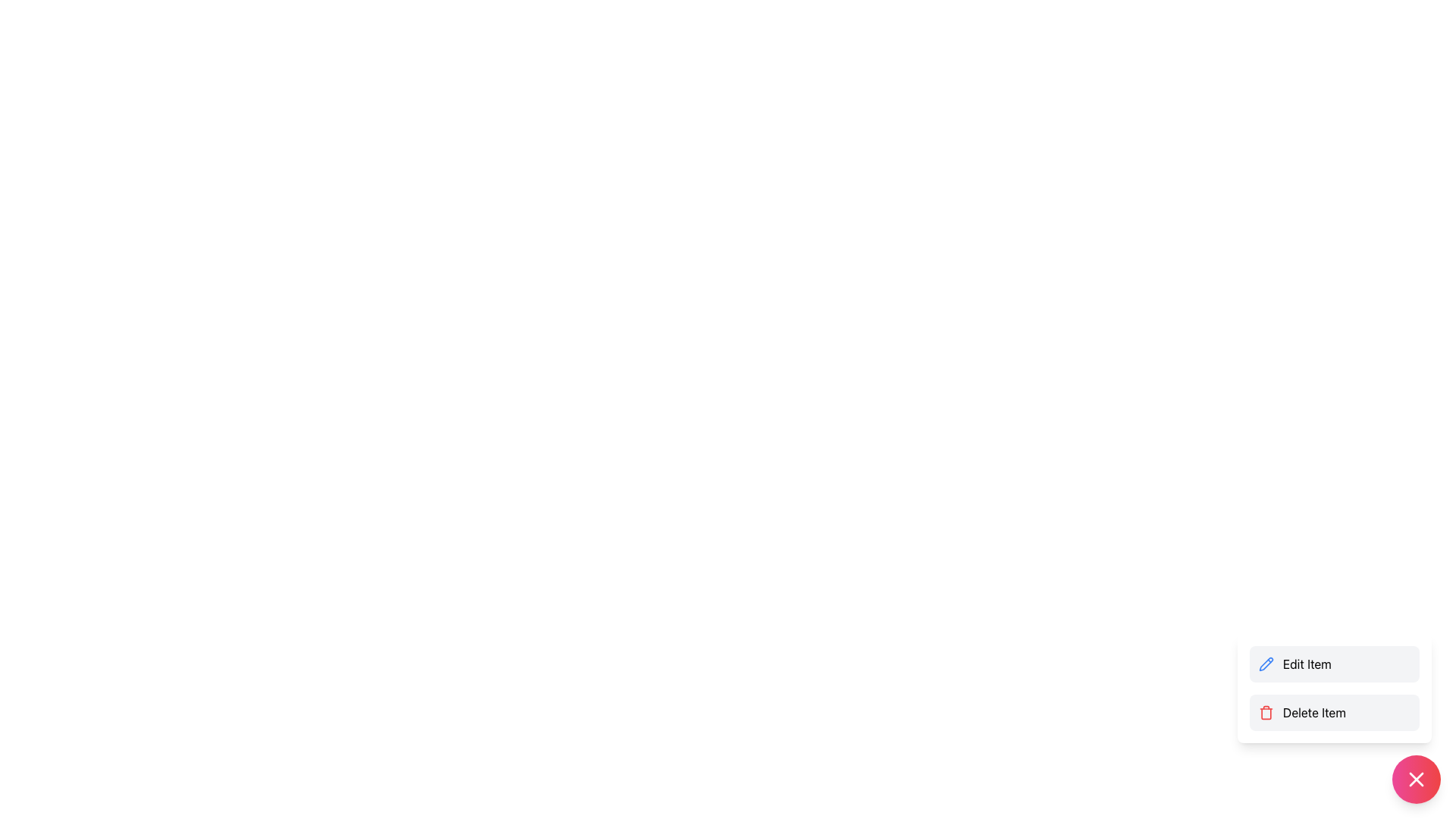 The width and height of the screenshot is (1456, 819). What do you see at coordinates (1313, 713) in the screenshot?
I see `on the 'Delete Item' text label located in the bottom-right of the menu-like structure, beneath the 'Edit Item' option` at bounding box center [1313, 713].